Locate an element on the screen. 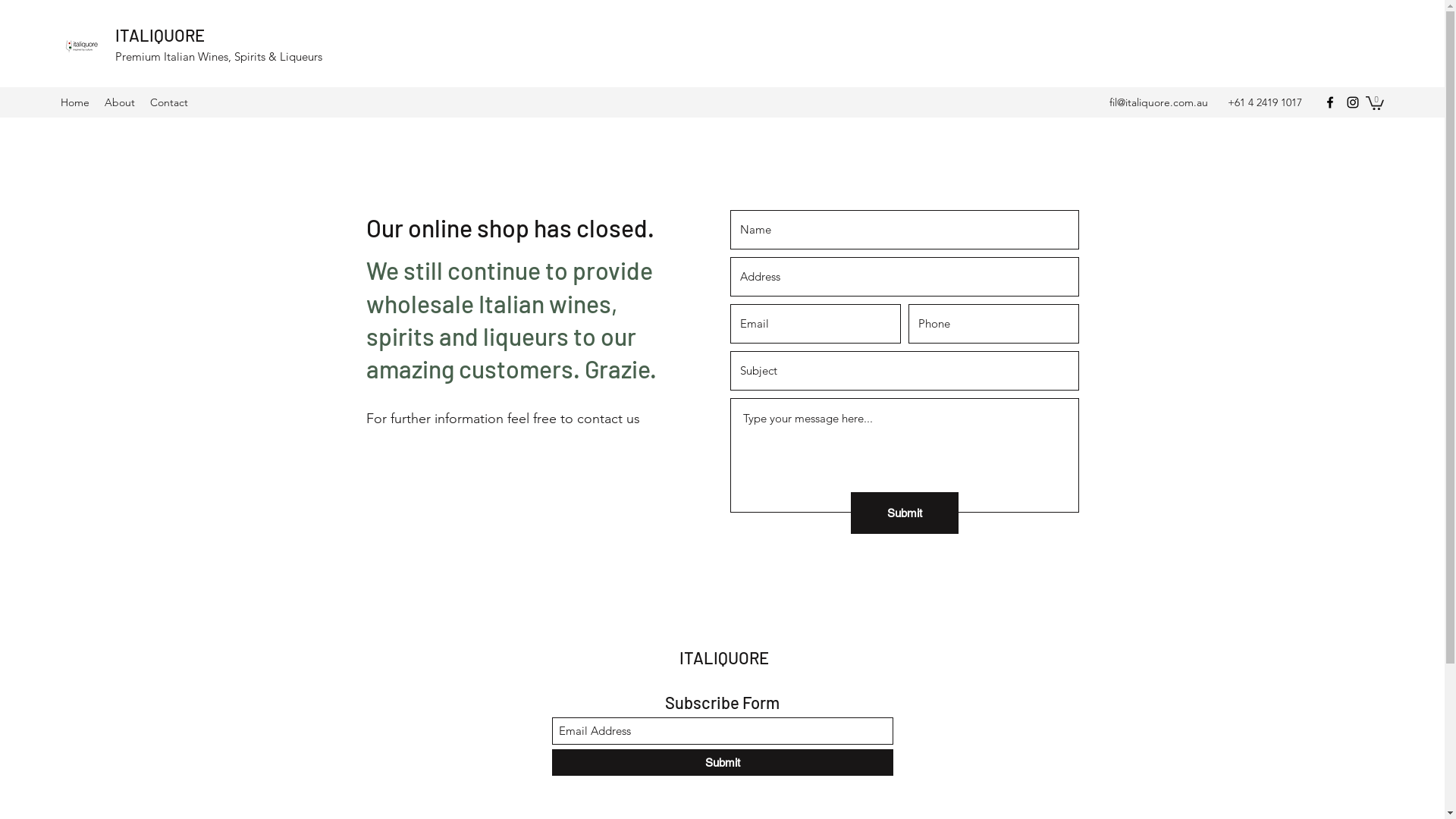 The height and width of the screenshot is (819, 1456). '0' is located at coordinates (1375, 102).